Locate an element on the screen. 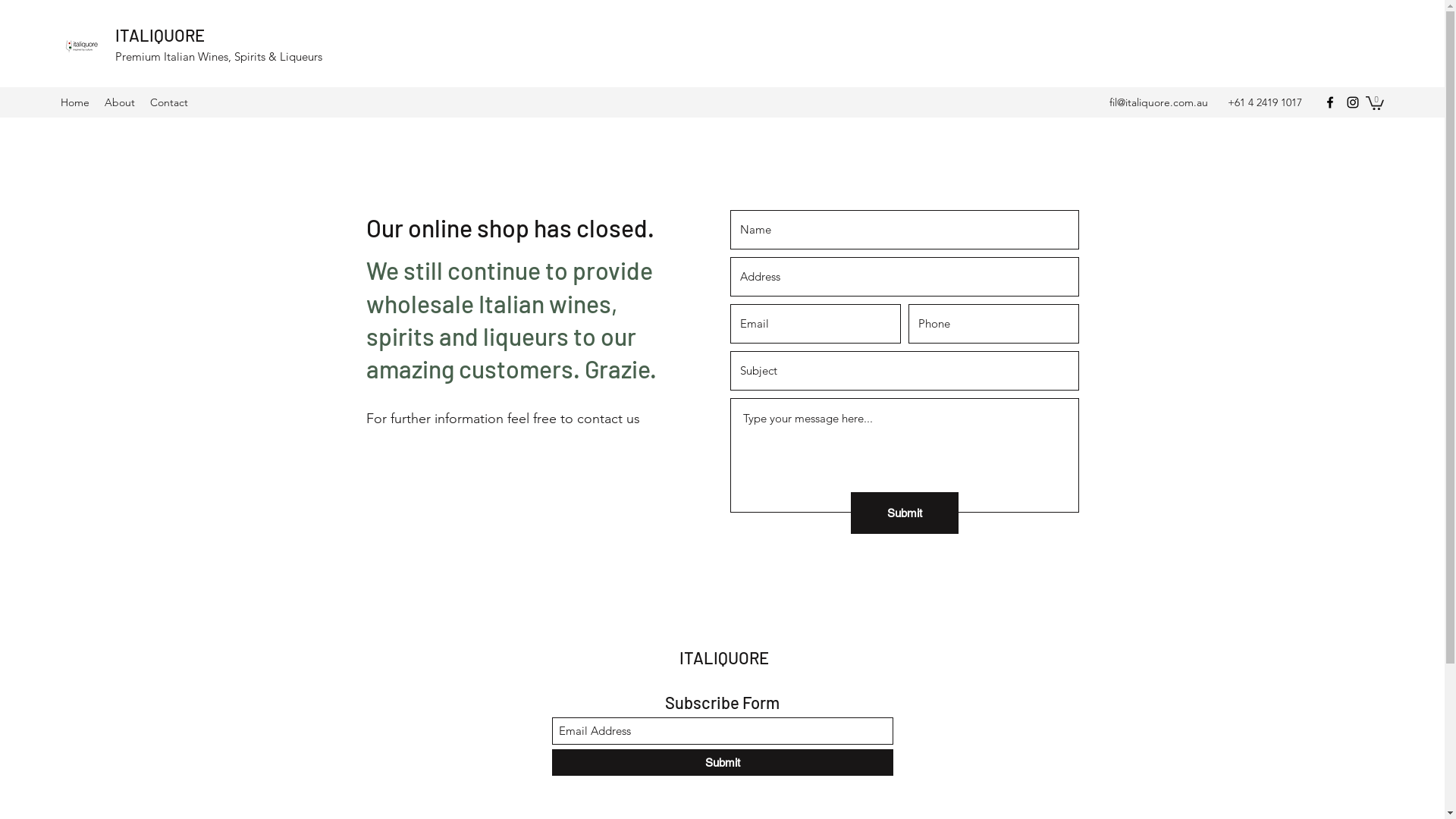 The height and width of the screenshot is (819, 1456). '0' is located at coordinates (1375, 102).